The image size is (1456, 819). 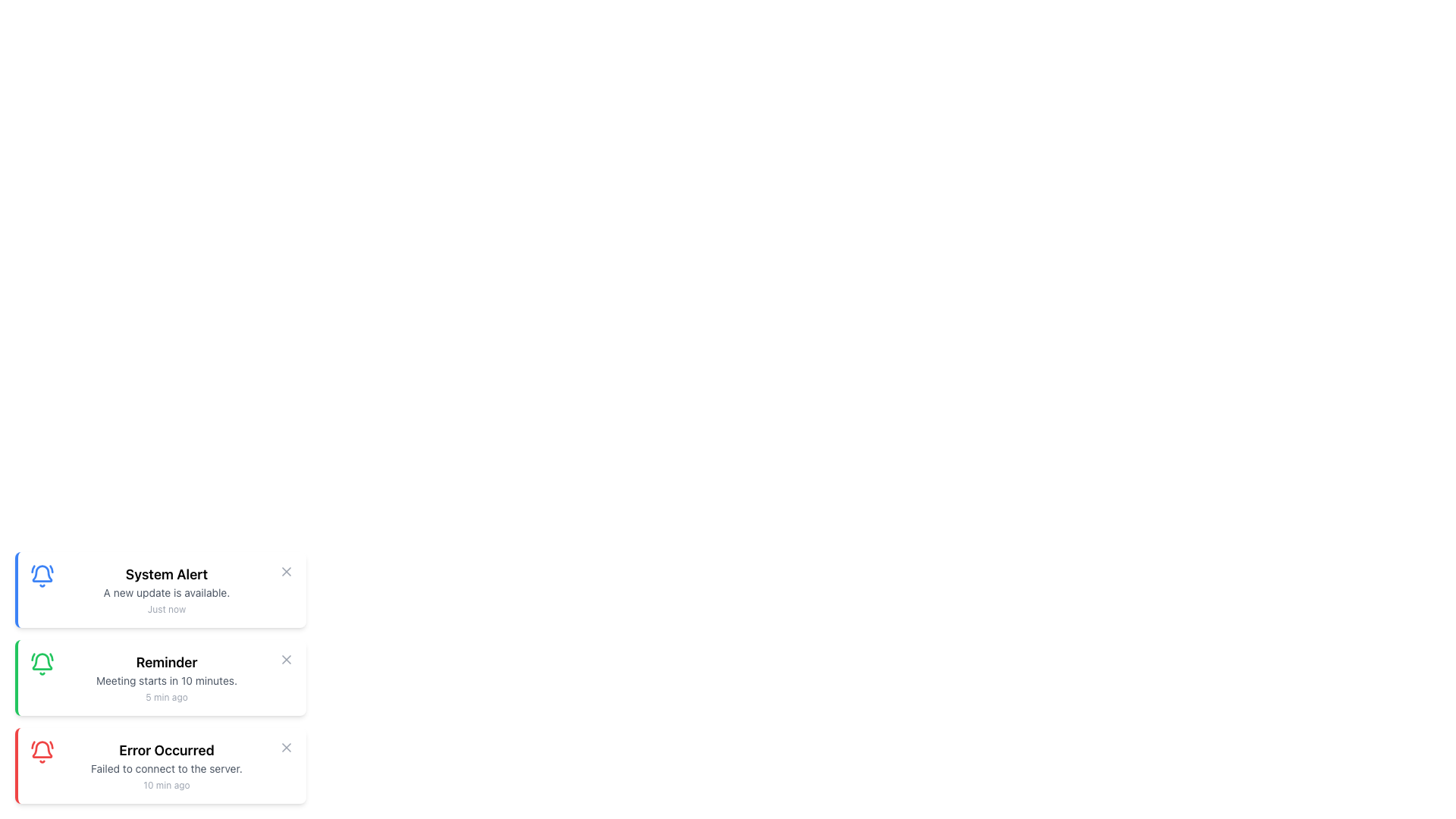 What do you see at coordinates (167, 662) in the screenshot?
I see `the text label displaying 'Reminder', which is styled with a bold typeface and positioned at the top of the notification card` at bounding box center [167, 662].